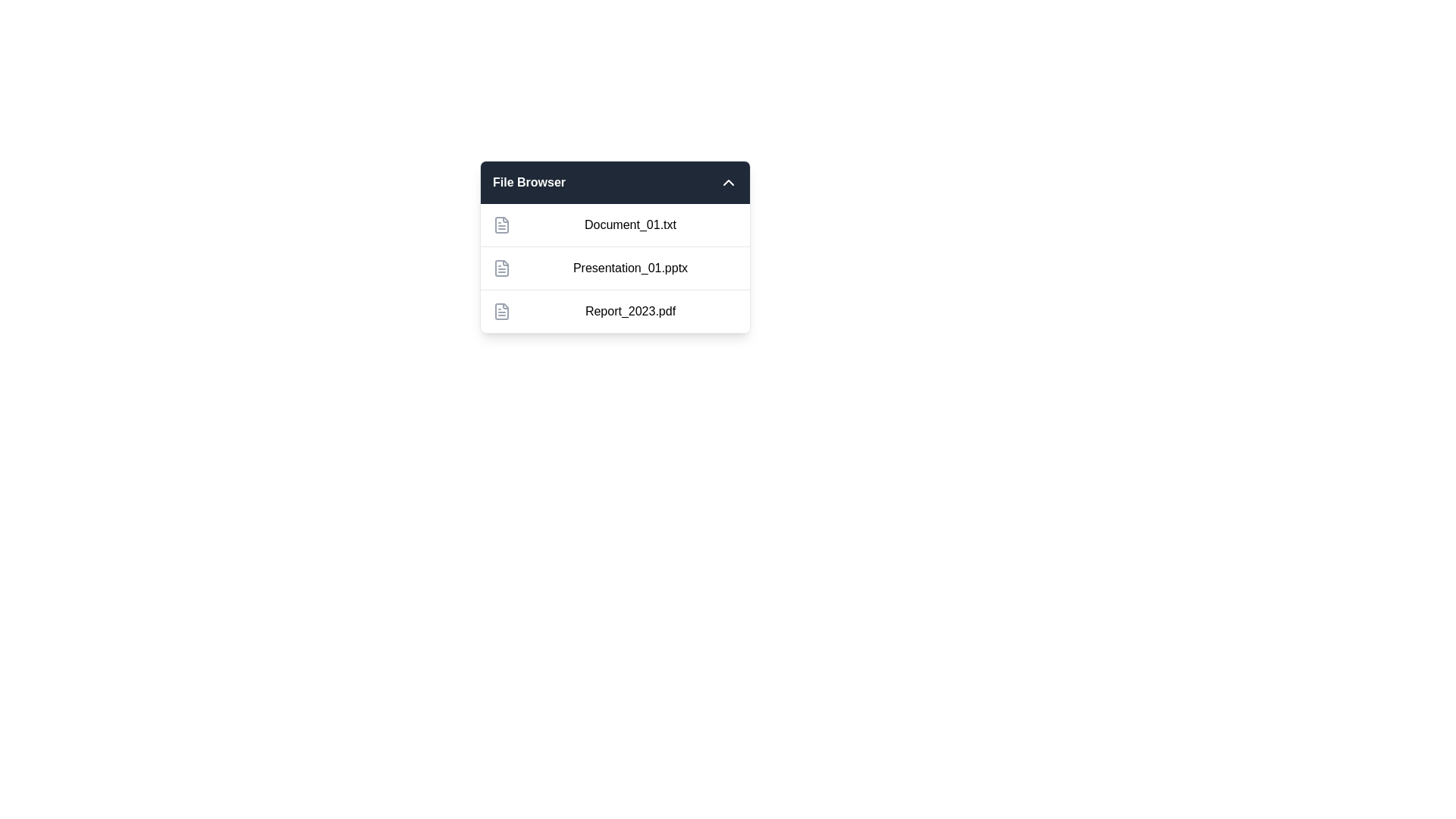 This screenshot has height=819, width=1456. Describe the element at coordinates (615, 225) in the screenshot. I see `the file name Document_01.txt to highlight its text` at that location.